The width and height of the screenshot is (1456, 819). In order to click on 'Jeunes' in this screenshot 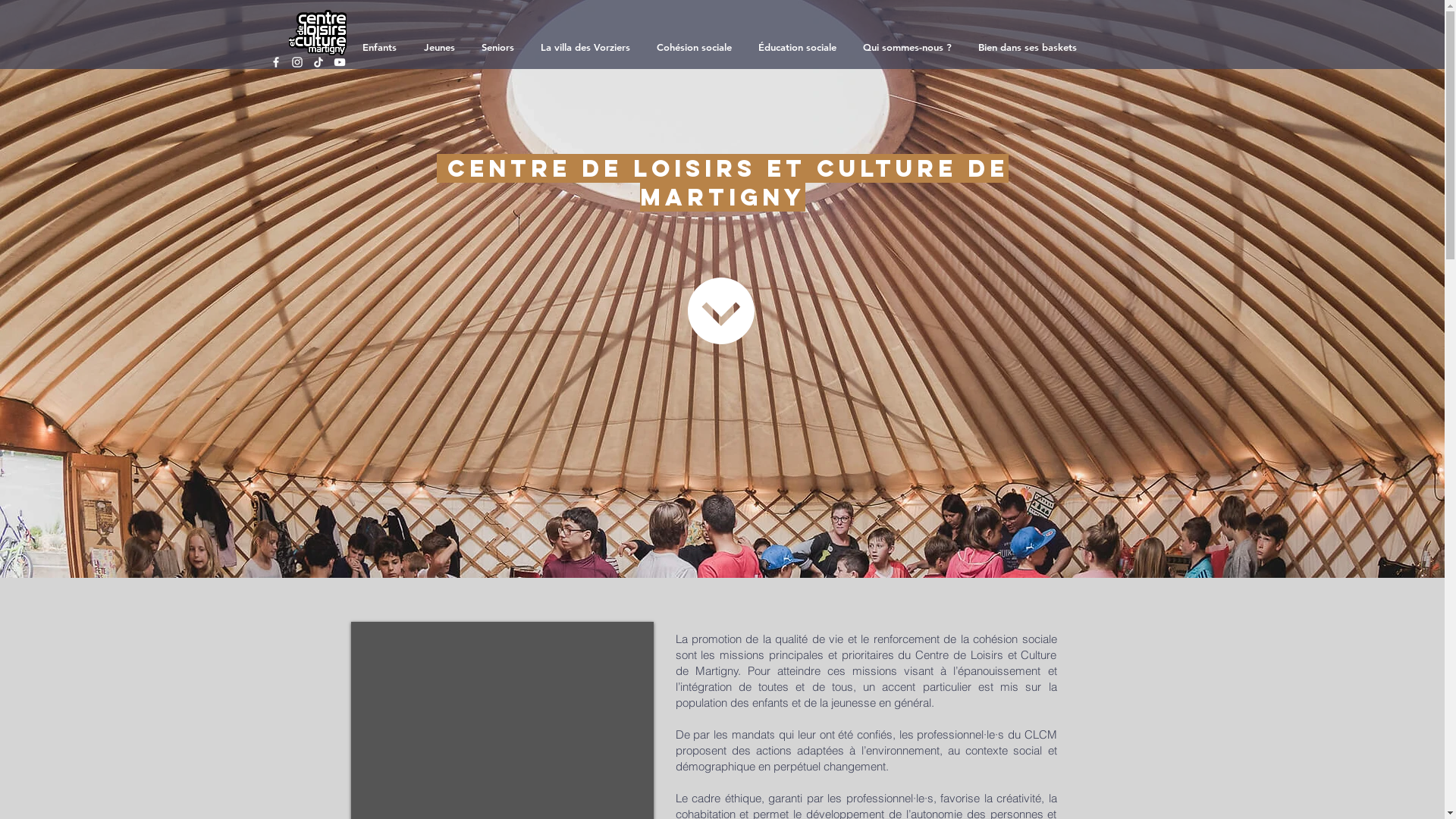, I will do `click(440, 45)`.